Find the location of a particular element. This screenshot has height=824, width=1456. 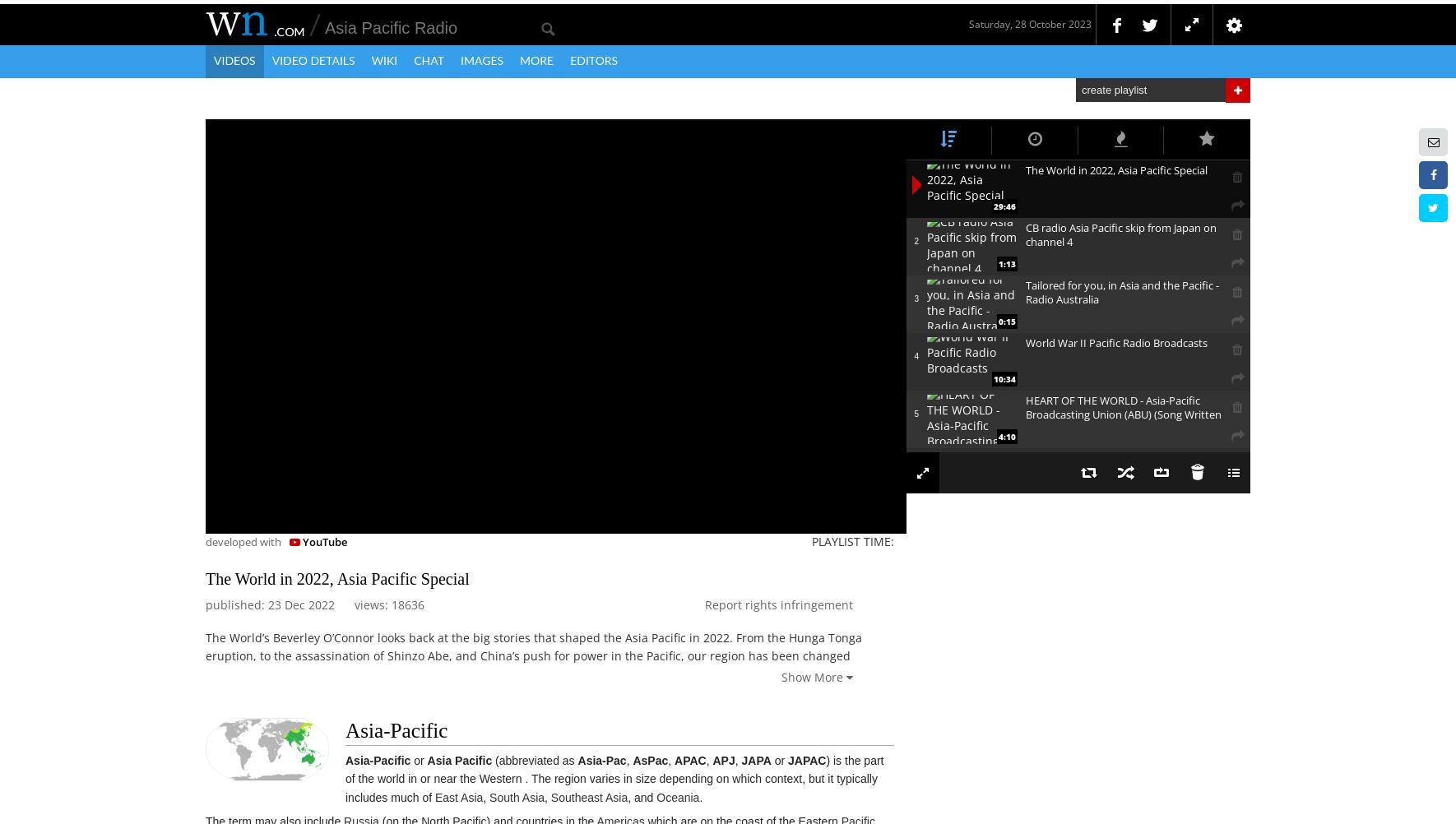

'Asia-Pac' is located at coordinates (576, 759).